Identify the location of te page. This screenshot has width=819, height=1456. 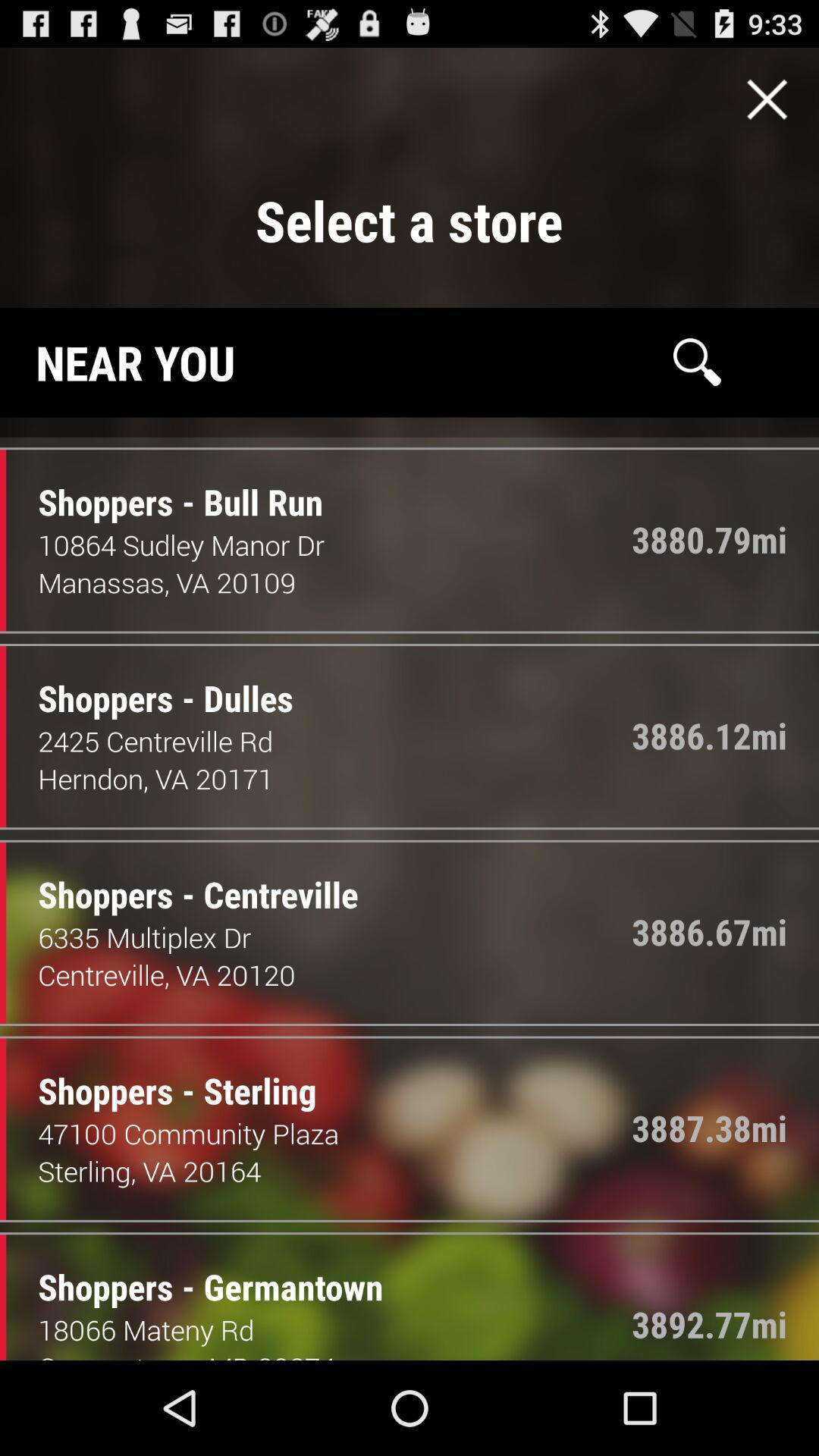
(767, 99).